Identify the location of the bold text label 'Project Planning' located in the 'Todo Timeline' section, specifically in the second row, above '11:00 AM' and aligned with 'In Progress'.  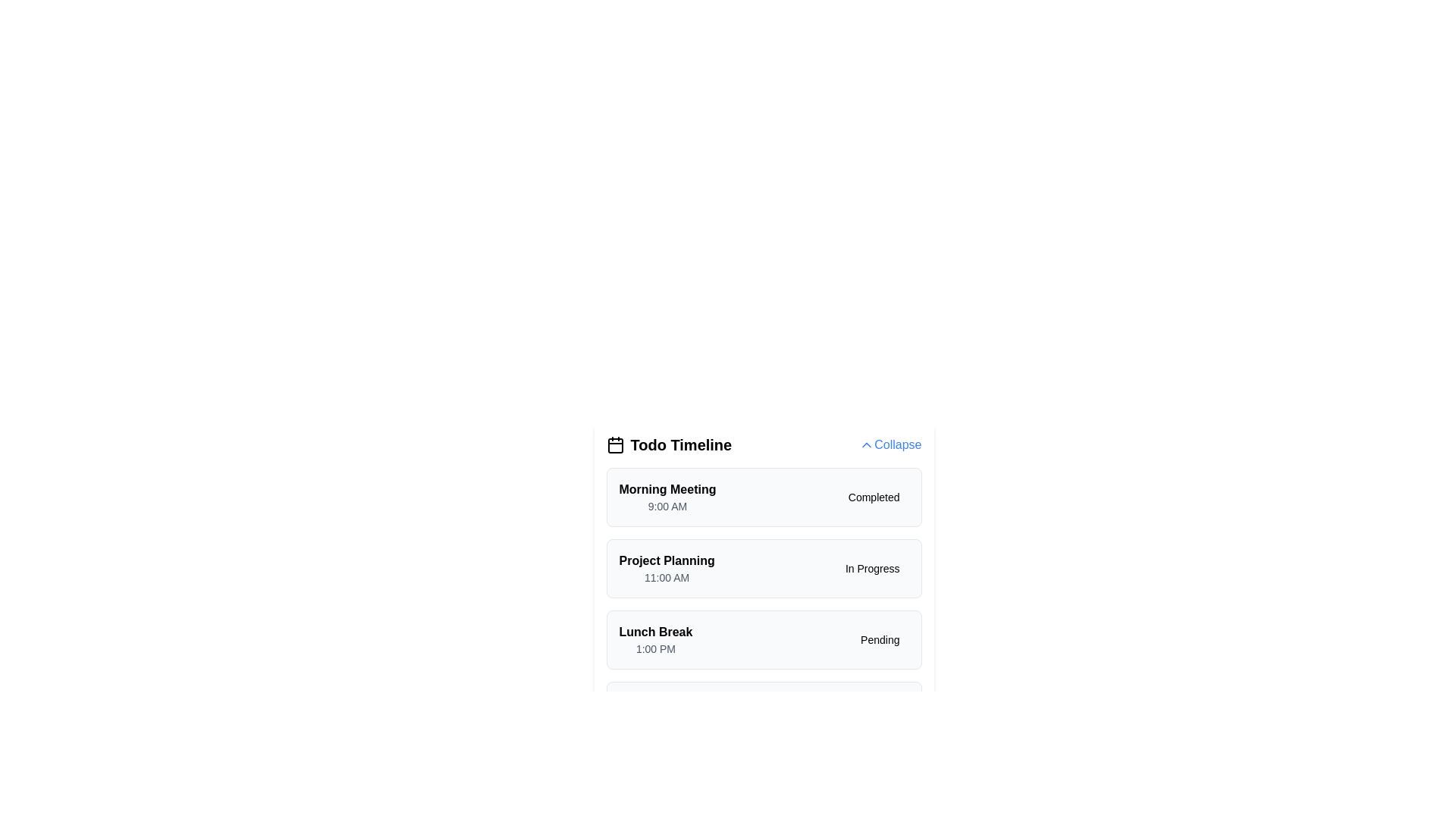
(667, 561).